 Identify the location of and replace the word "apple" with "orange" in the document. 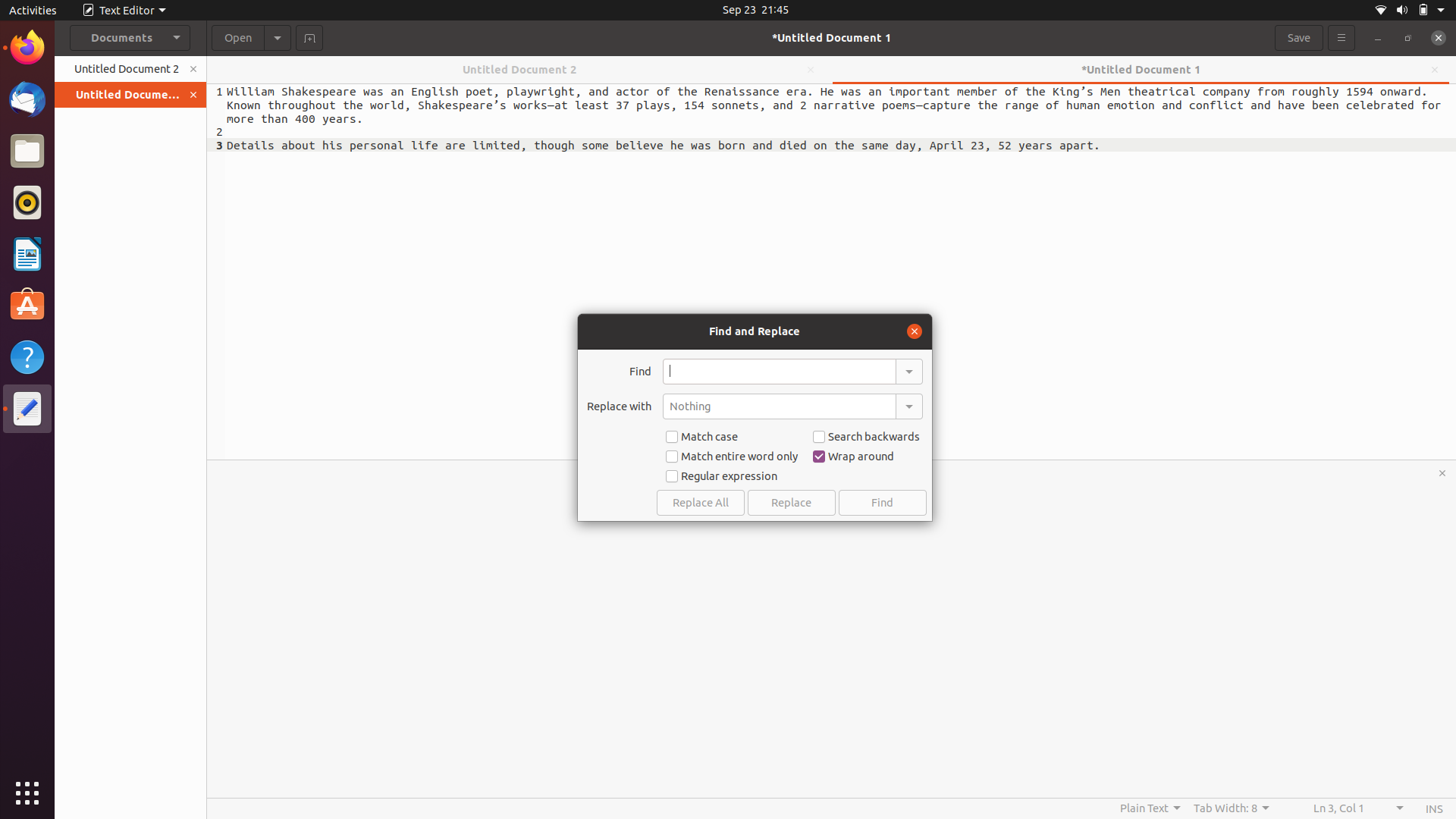
(779, 371).